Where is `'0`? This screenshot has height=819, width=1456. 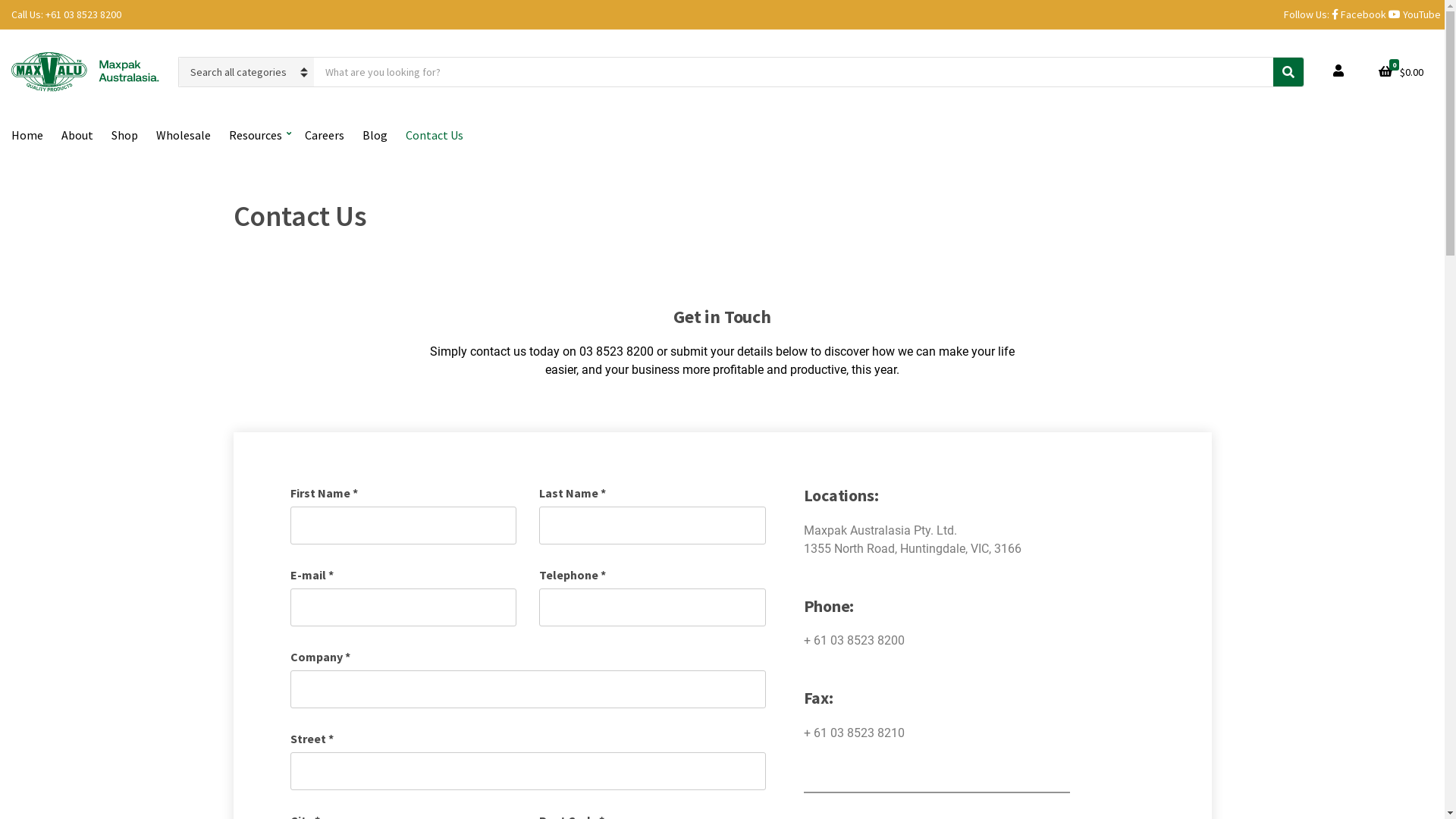
'0 is located at coordinates (1400, 72).